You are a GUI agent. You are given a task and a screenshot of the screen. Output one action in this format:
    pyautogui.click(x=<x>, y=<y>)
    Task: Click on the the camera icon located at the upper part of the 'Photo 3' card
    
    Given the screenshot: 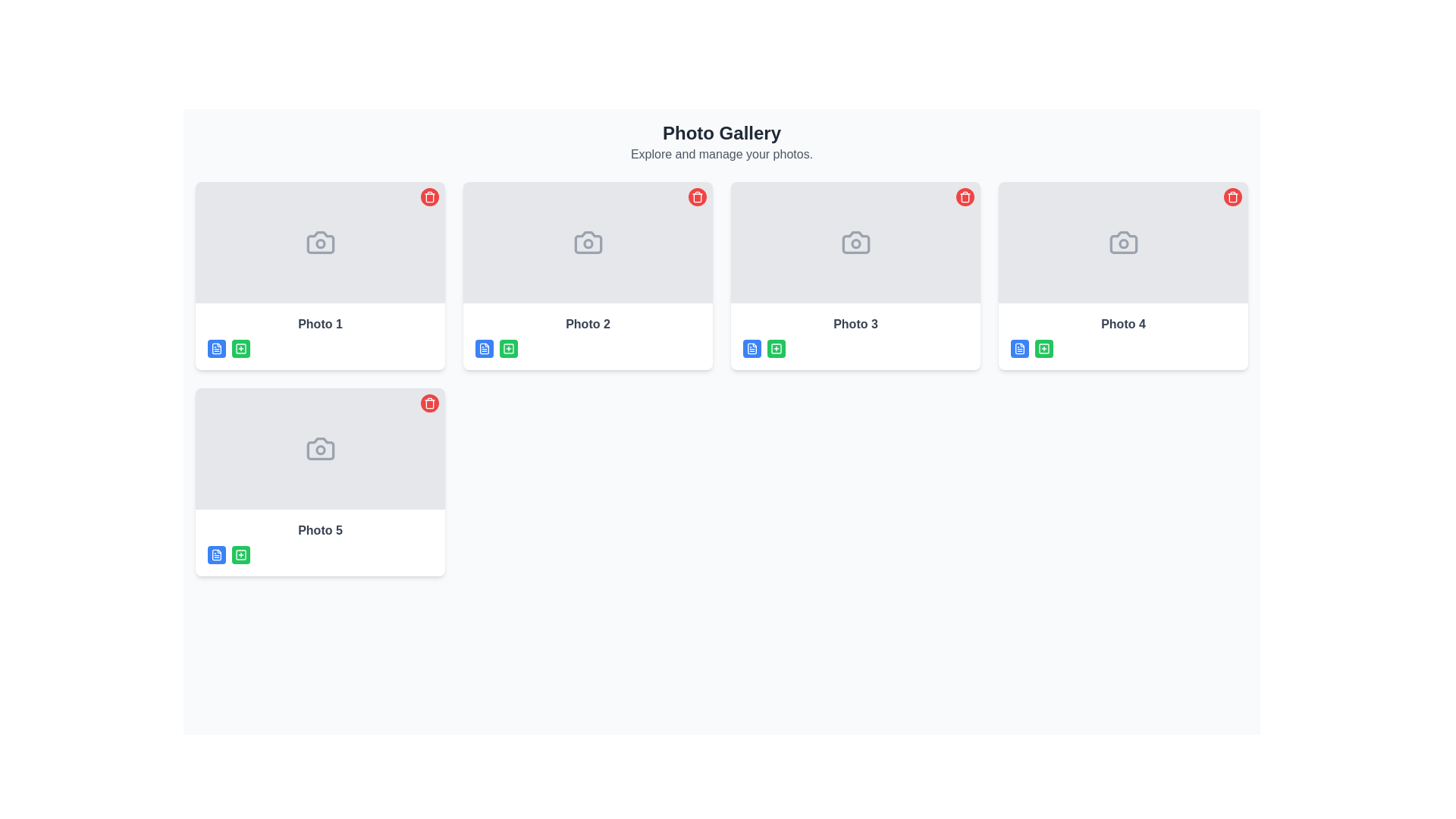 What is the action you would take?
    pyautogui.click(x=855, y=242)
    